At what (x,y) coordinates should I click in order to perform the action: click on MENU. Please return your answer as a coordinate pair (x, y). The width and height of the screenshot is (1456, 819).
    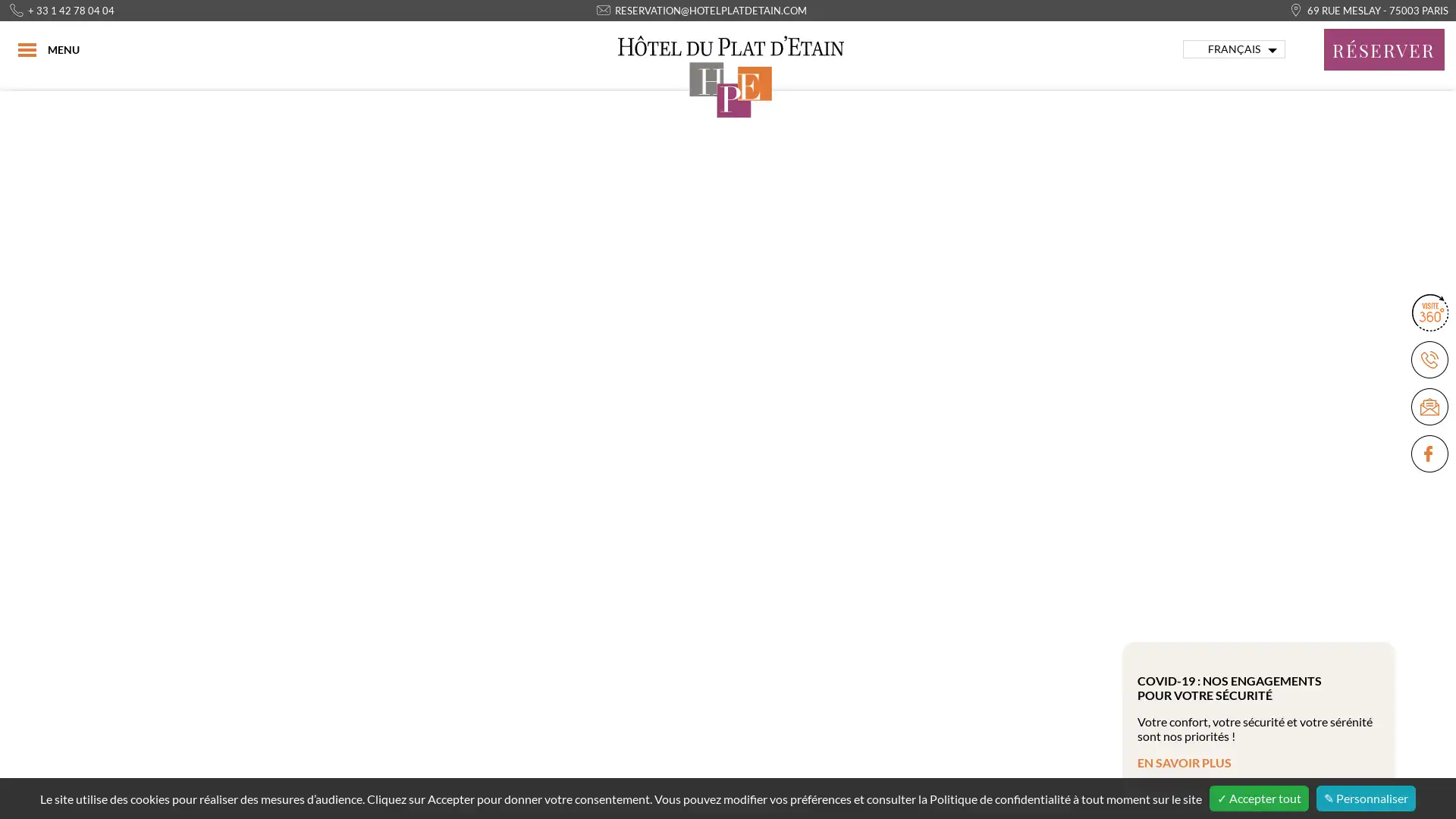
    Looking at the image, I should click on (49, 49).